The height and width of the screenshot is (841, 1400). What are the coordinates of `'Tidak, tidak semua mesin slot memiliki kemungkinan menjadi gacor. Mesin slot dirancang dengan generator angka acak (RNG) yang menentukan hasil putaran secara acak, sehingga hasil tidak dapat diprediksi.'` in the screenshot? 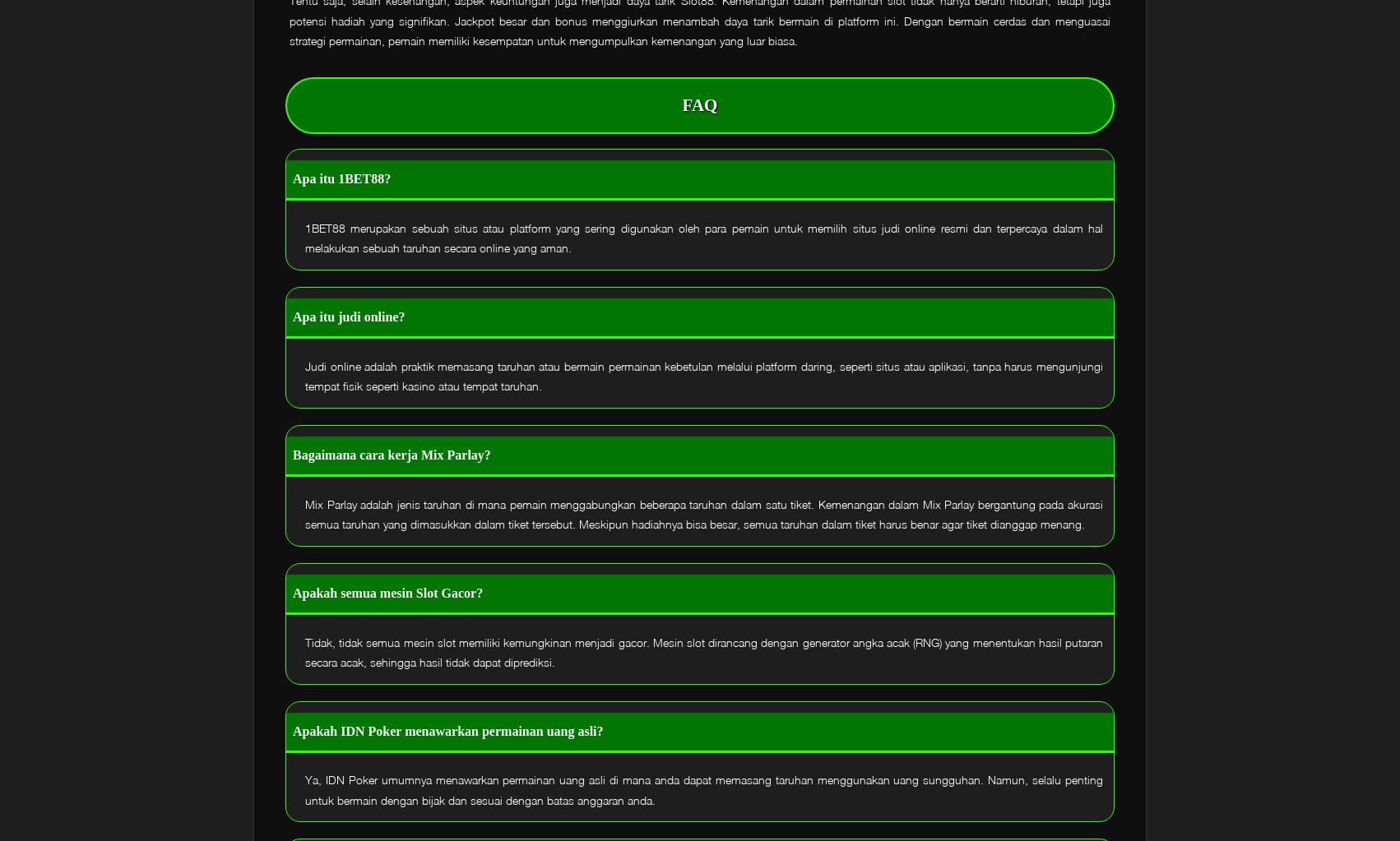 It's located at (703, 652).